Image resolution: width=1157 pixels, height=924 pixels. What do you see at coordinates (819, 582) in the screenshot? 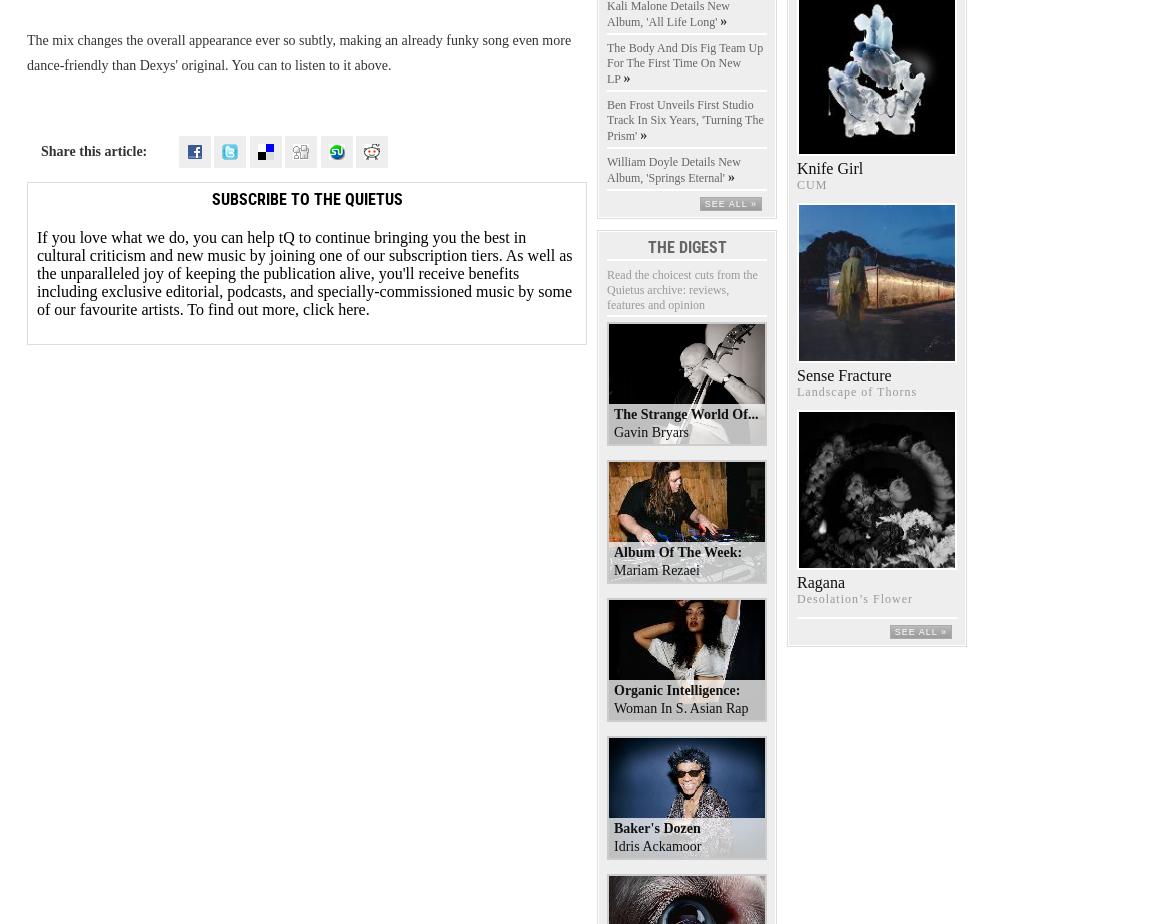
I see `'Ragana'` at bounding box center [819, 582].